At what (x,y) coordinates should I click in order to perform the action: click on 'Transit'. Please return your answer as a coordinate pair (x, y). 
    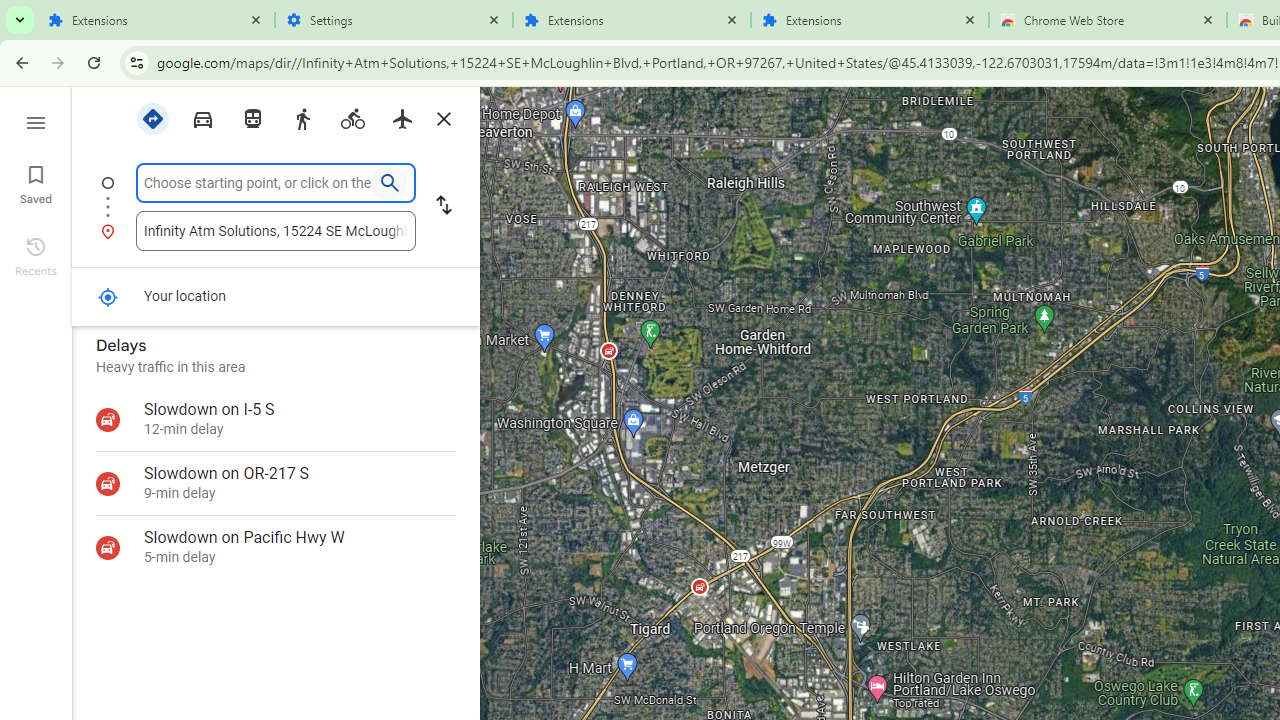
    Looking at the image, I should click on (251, 117).